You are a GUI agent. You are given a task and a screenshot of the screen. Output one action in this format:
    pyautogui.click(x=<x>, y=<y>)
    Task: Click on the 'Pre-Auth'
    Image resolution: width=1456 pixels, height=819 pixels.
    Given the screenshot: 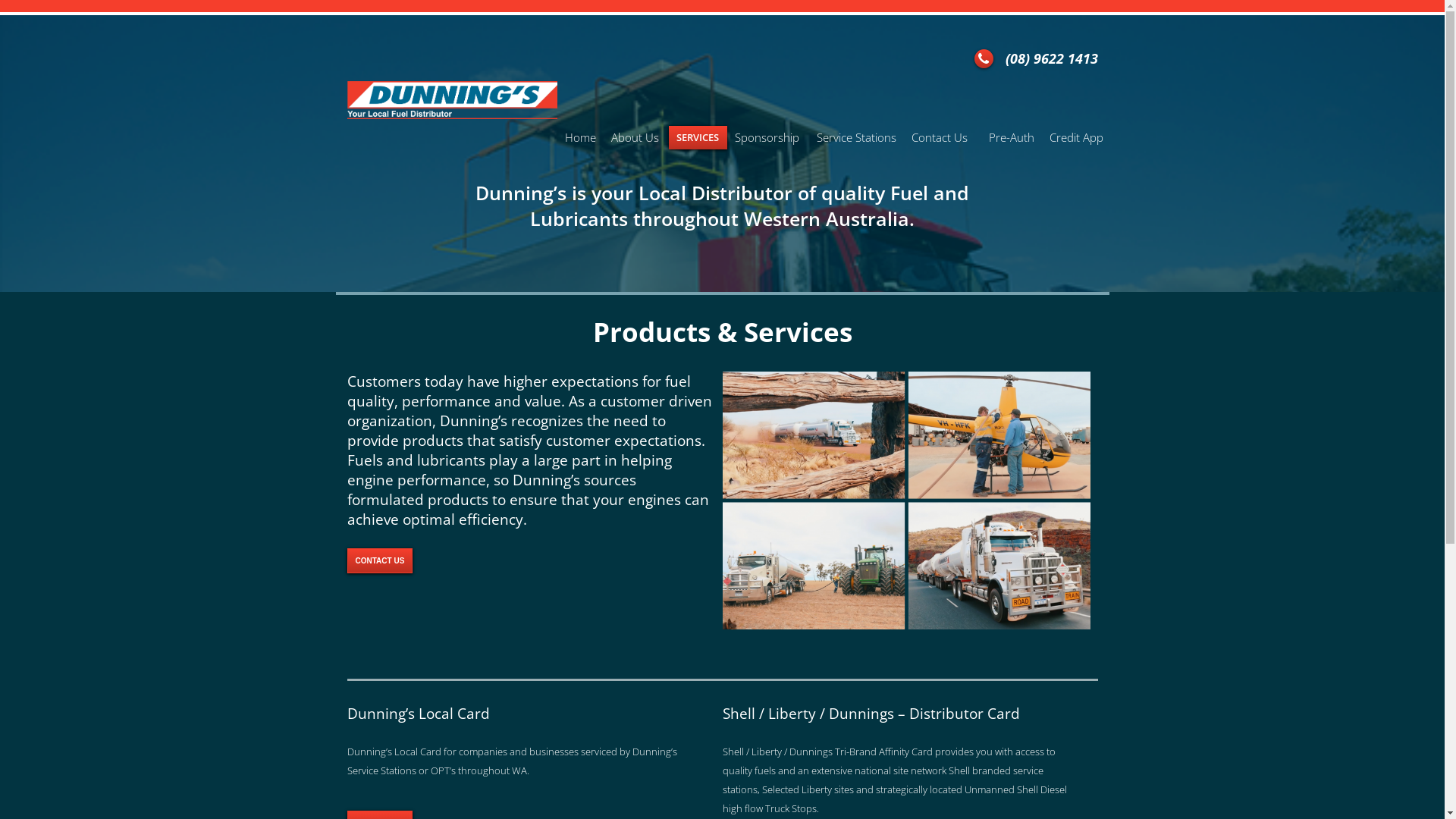 What is the action you would take?
    pyautogui.click(x=1012, y=137)
    